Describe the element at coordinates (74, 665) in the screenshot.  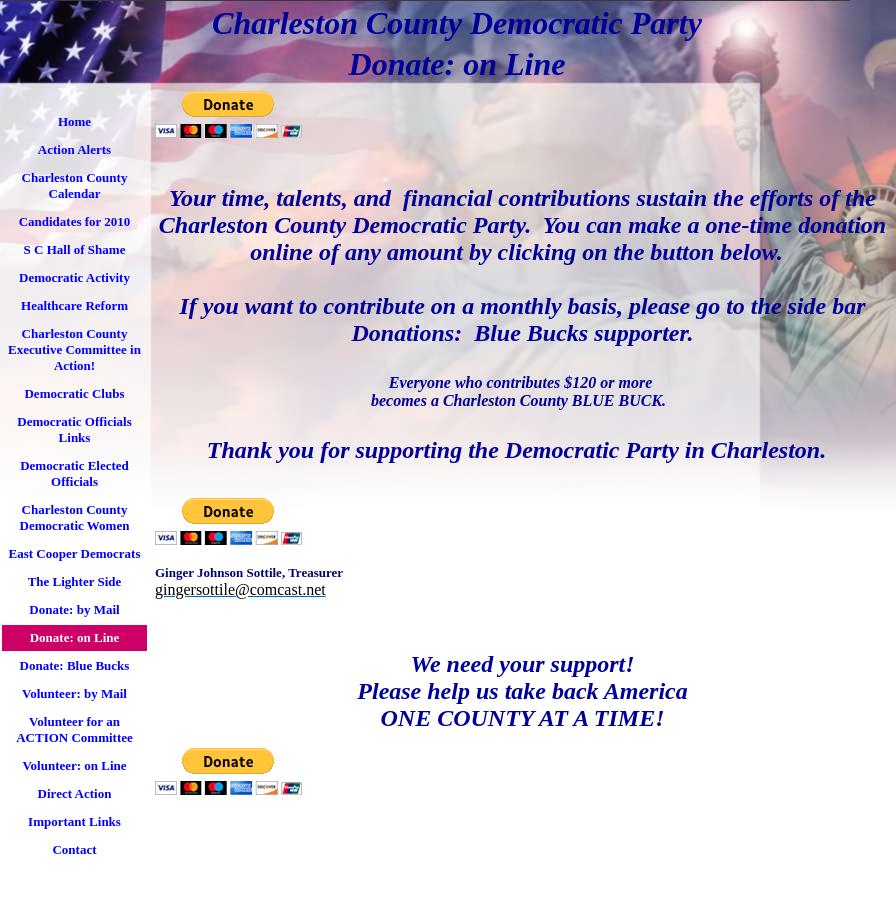
I see `'Donate:  Blue Bucks'` at that location.